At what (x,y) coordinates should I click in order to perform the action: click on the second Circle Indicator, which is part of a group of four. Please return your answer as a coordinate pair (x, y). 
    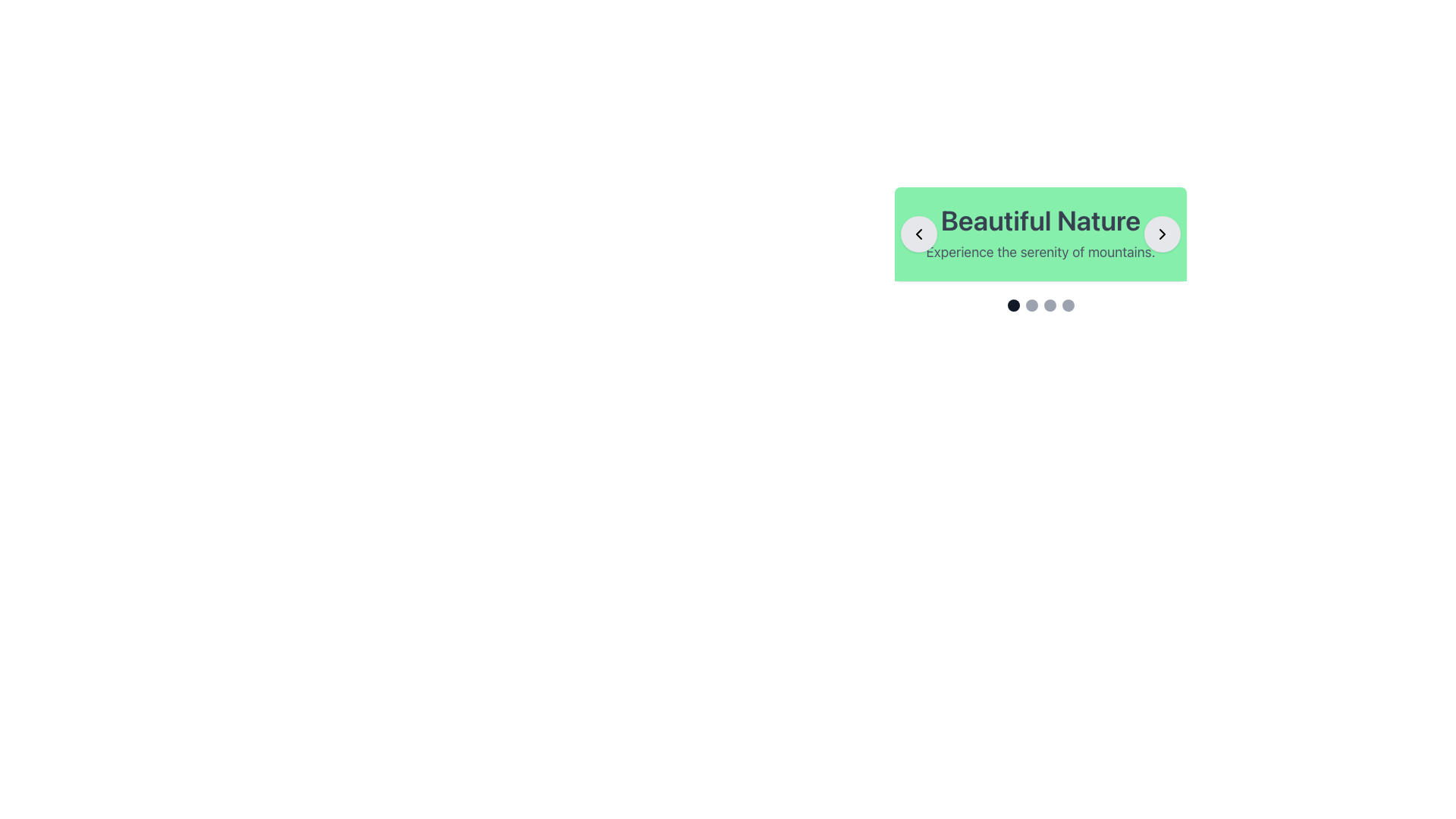
    Looking at the image, I should click on (1031, 305).